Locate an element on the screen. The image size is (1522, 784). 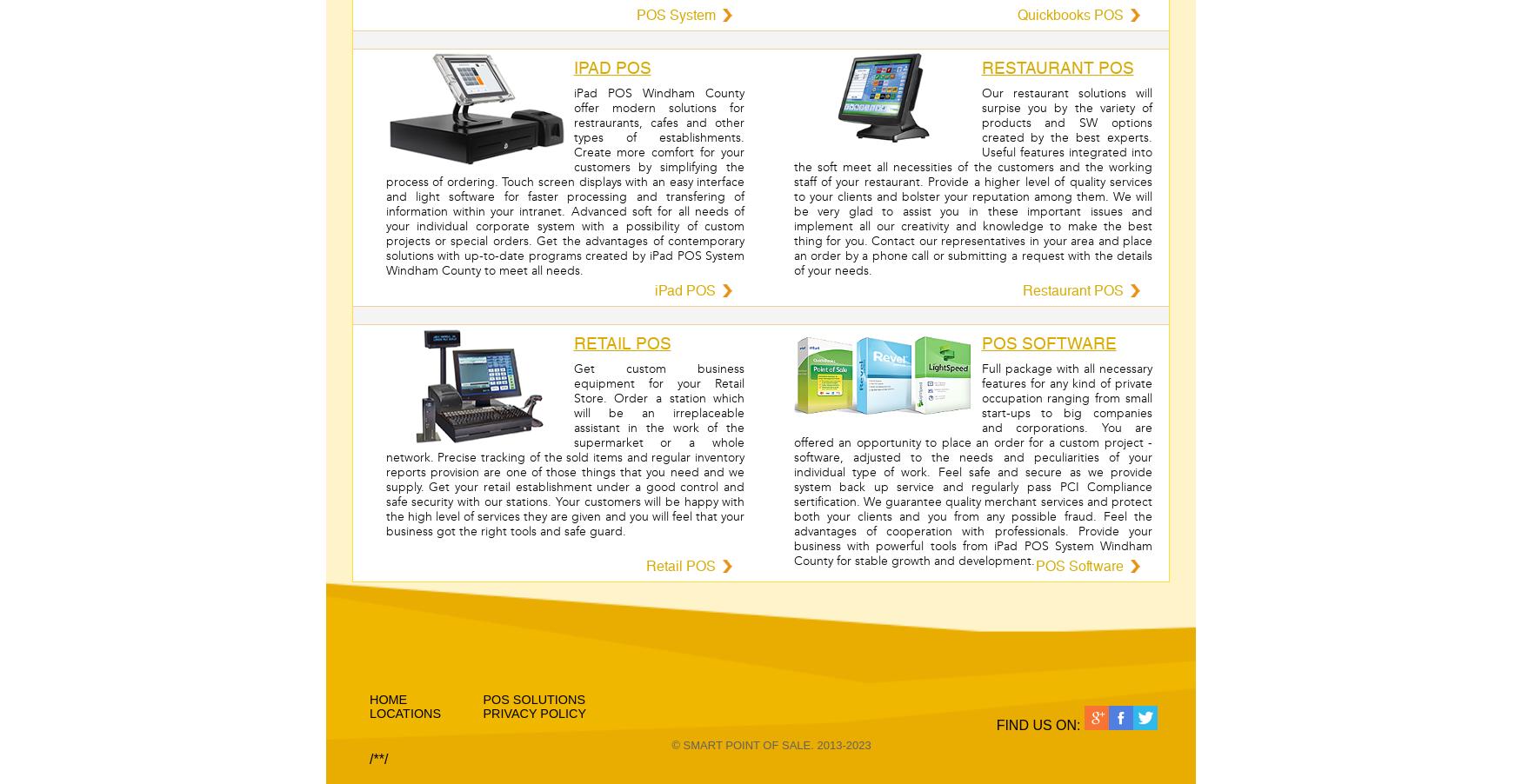
'Locations' is located at coordinates (405, 713).